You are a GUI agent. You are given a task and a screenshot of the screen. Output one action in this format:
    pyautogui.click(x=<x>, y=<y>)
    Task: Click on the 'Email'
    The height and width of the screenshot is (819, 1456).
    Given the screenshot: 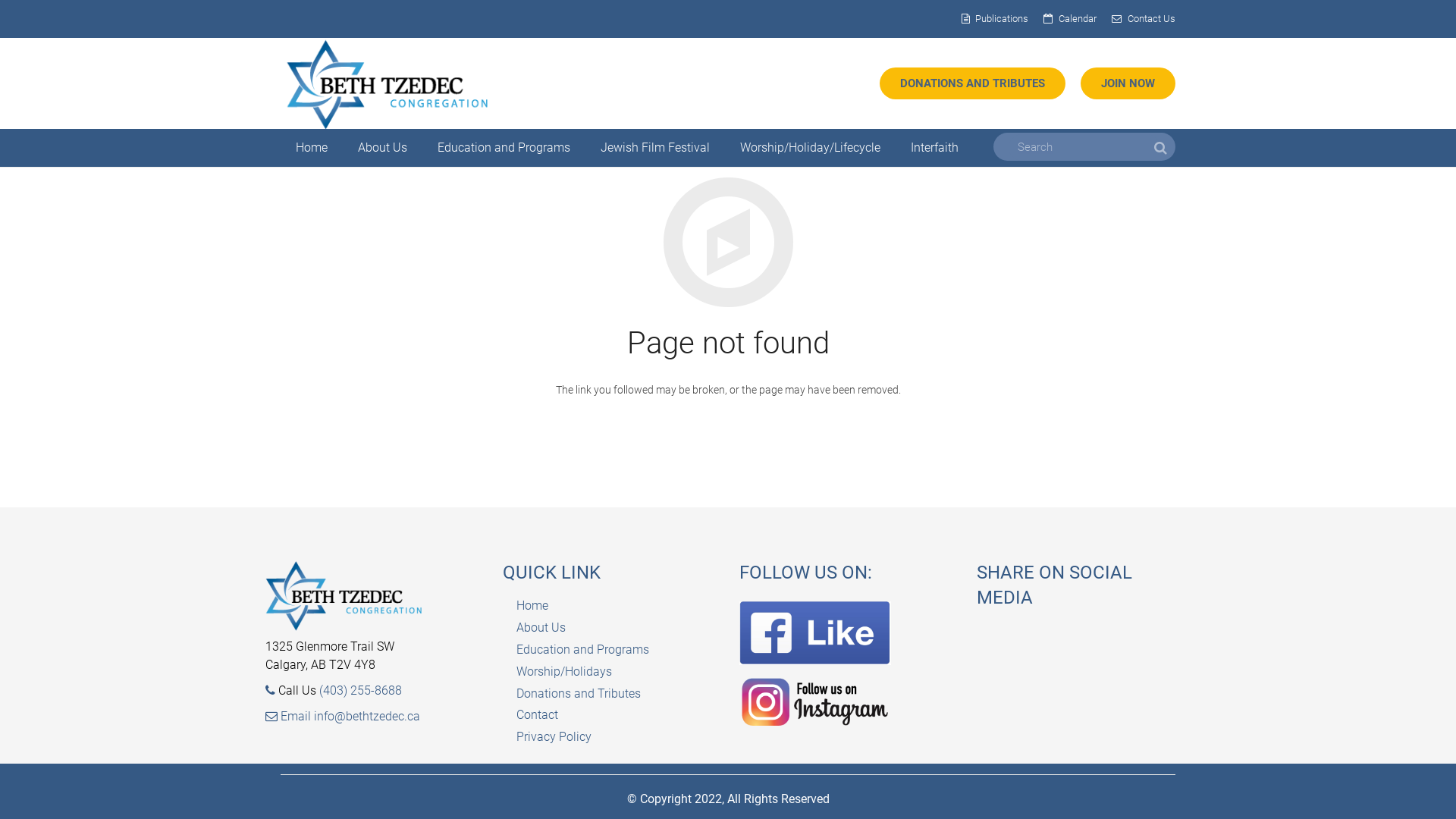 What is the action you would take?
    pyautogui.click(x=265, y=716)
    